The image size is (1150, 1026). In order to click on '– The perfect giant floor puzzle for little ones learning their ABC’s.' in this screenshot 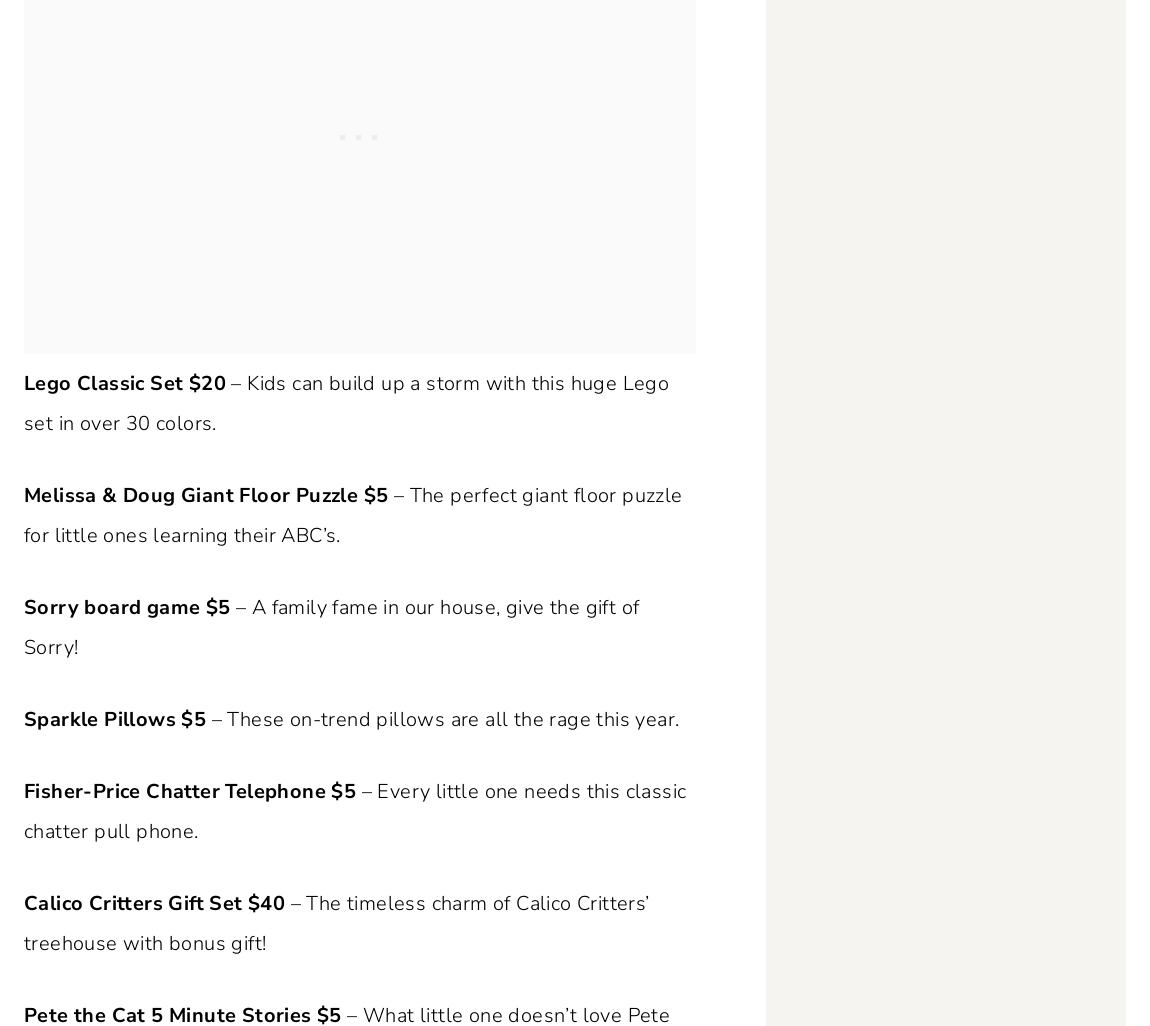, I will do `click(353, 515)`.